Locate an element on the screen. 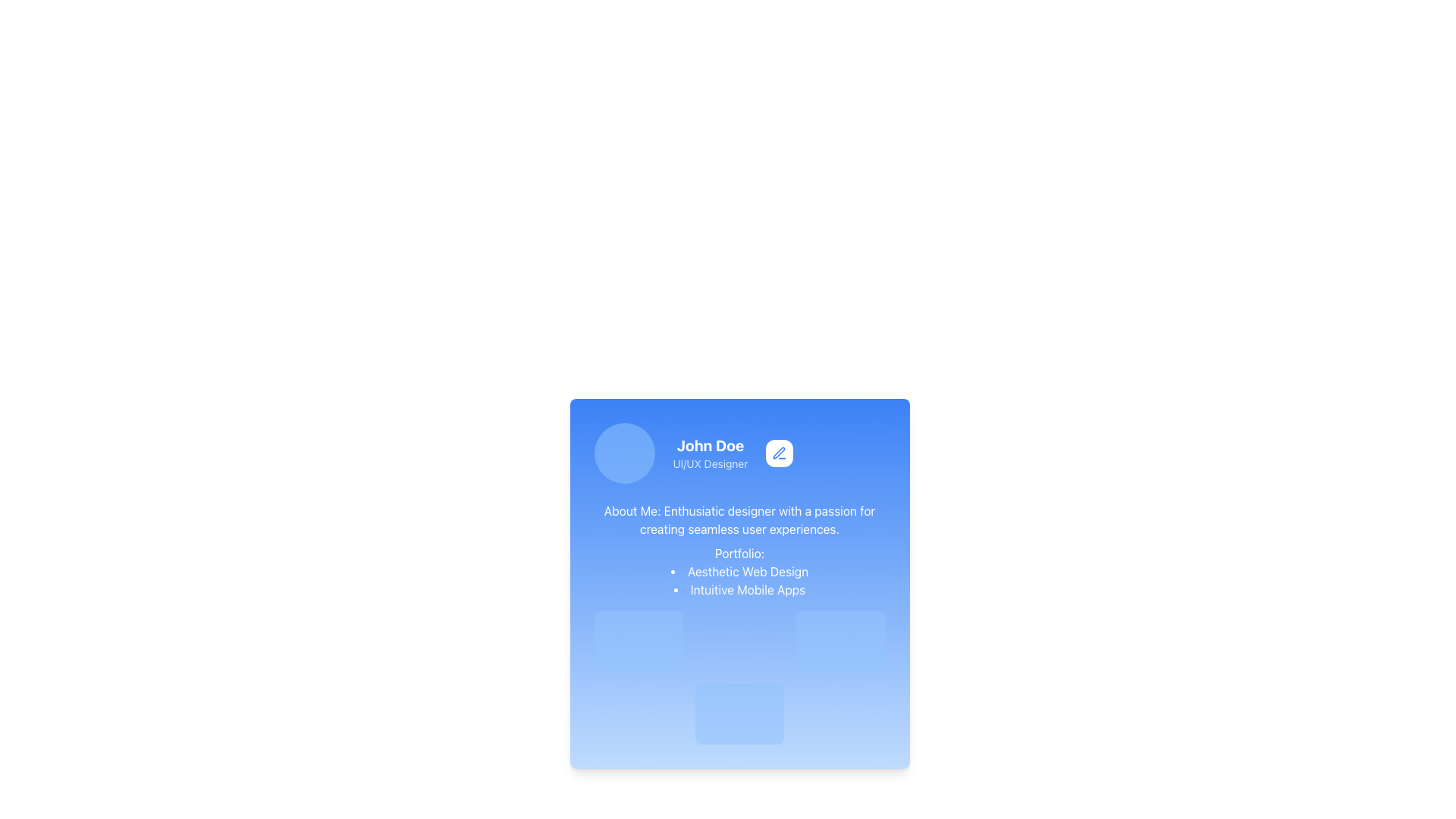 Image resolution: width=1456 pixels, height=819 pixels. the circular profile placeholder is located at coordinates (739, 452).